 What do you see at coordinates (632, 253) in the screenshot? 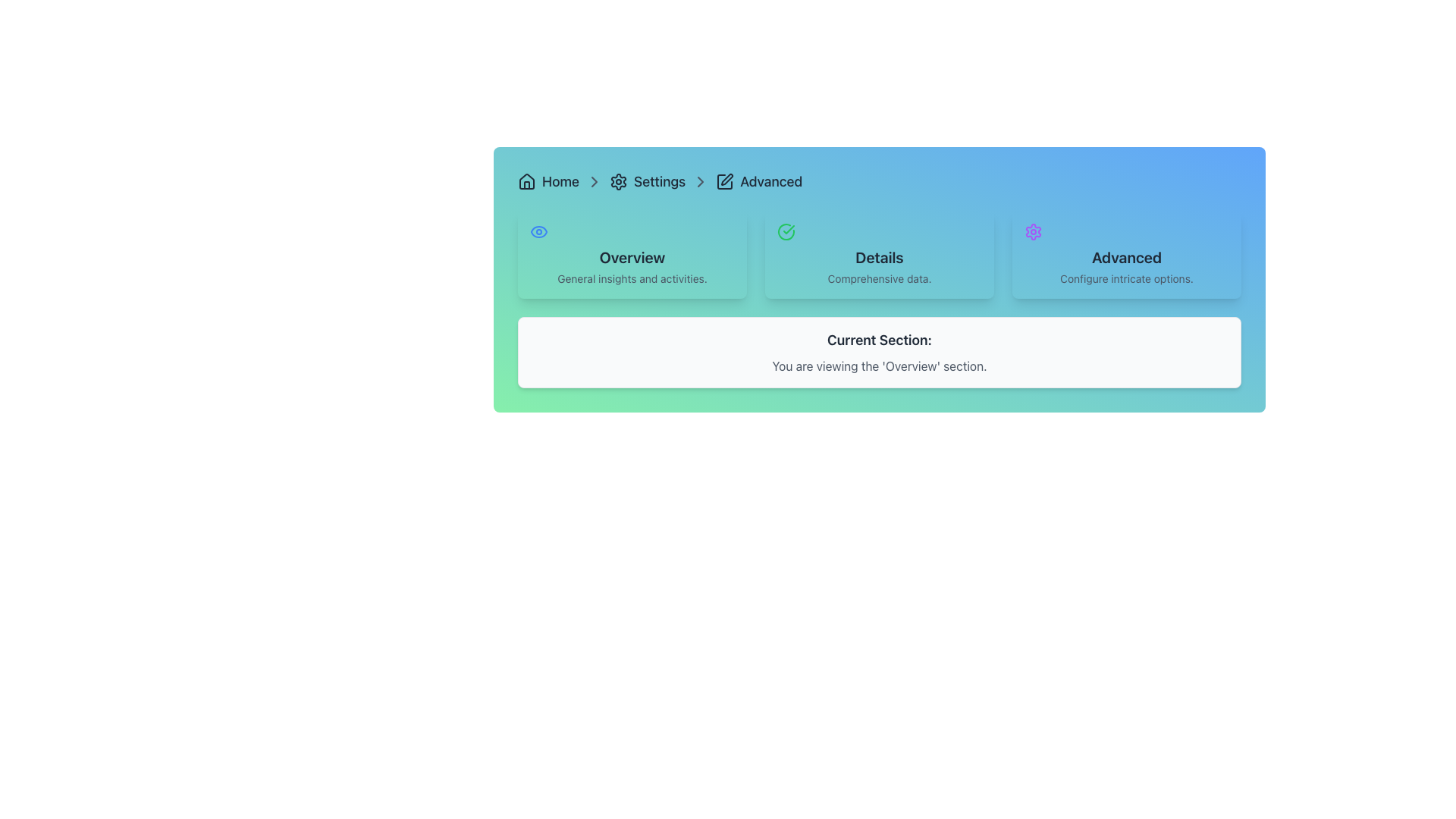
I see `the 'Overview' card, which is the first card in a grid layout, featuring an eye icon in blue and the title 'Overview' in bold` at bounding box center [632, 253].